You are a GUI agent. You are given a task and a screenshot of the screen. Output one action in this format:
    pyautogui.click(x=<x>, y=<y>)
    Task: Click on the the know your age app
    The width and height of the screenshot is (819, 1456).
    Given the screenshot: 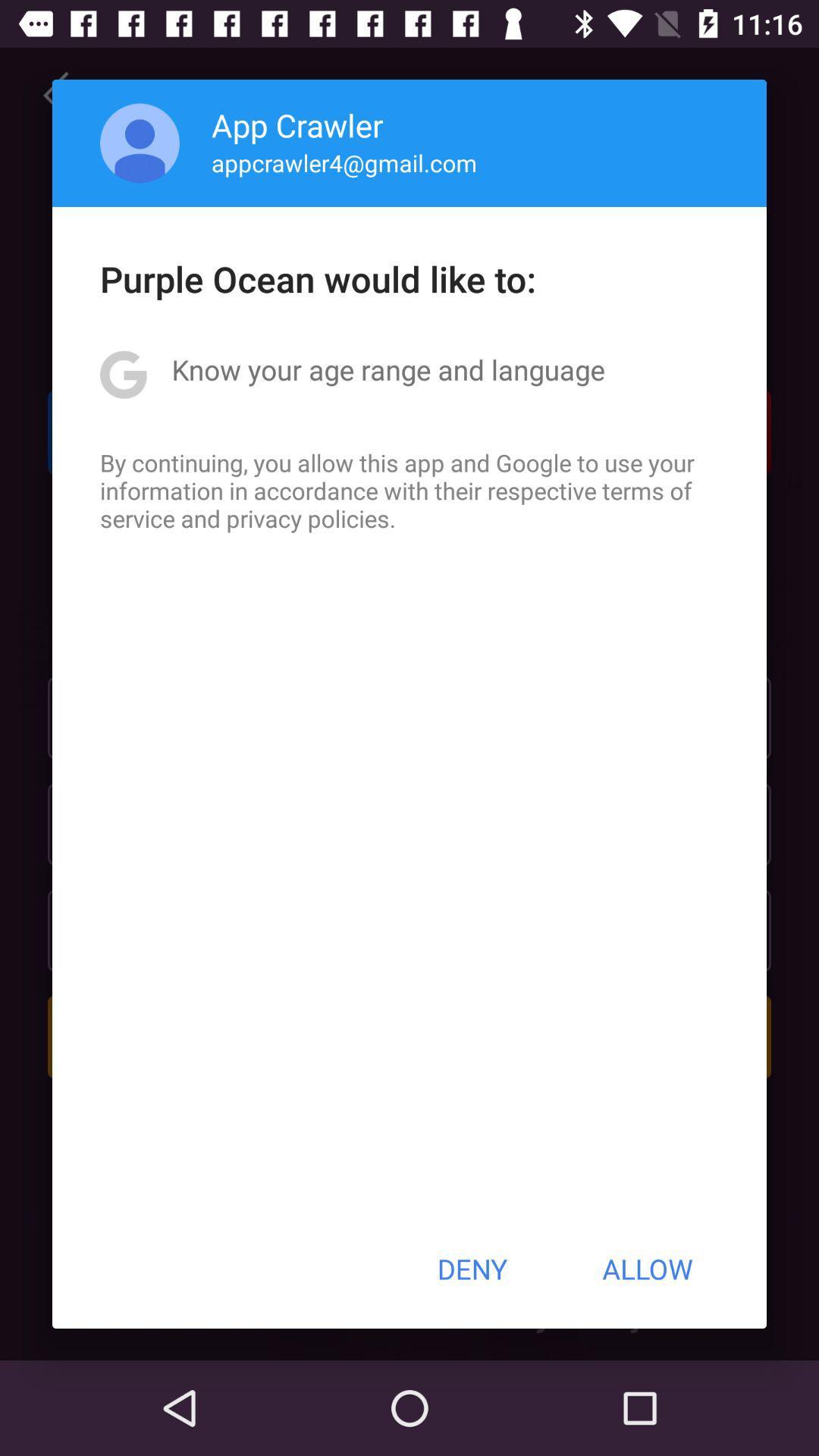 What is the action you would take?
    pyautogui.click(x=388, y=369)
    